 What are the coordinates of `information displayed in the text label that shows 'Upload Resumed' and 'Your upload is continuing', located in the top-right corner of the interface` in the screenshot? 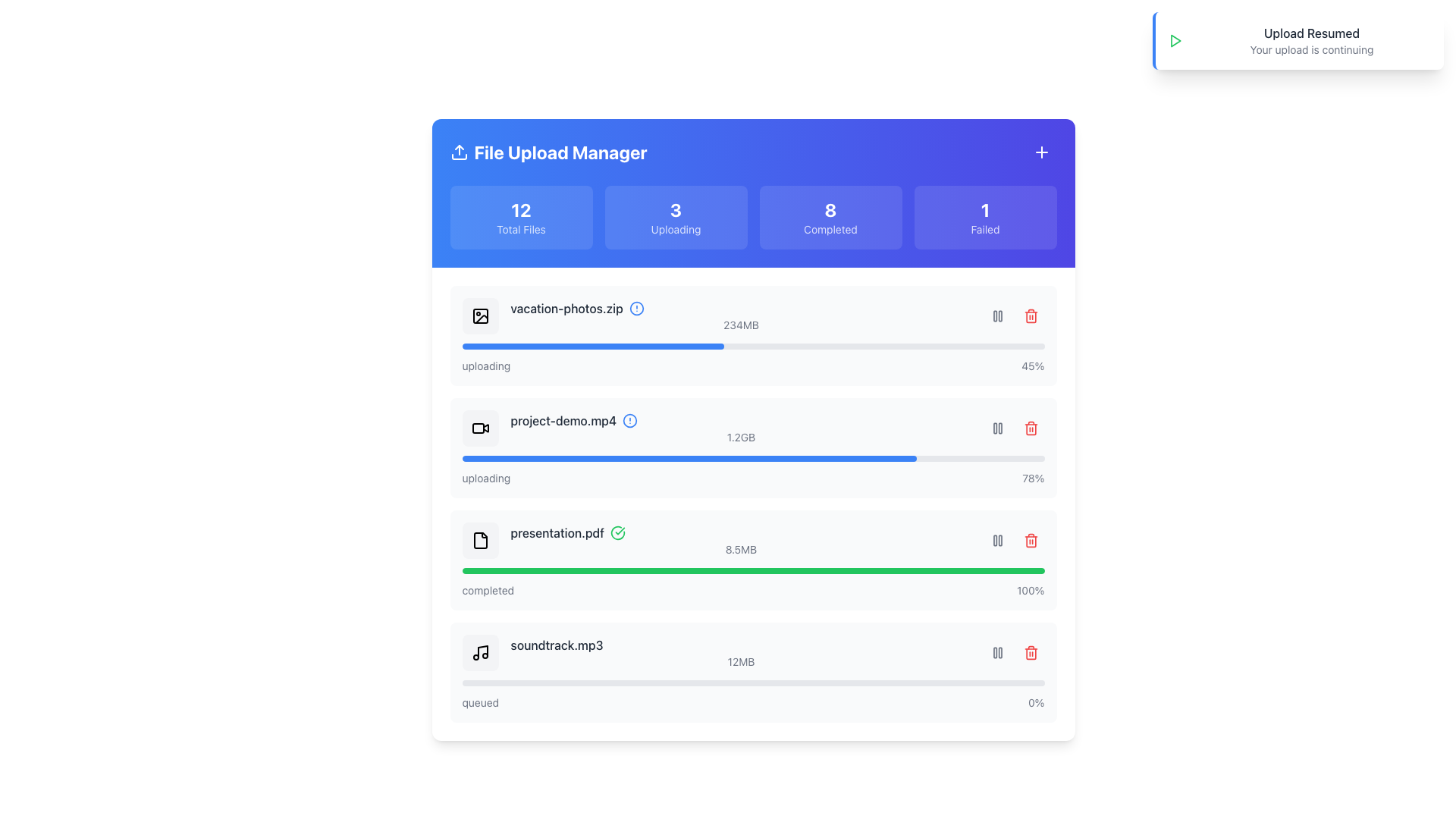 It's located at (1310, 40).